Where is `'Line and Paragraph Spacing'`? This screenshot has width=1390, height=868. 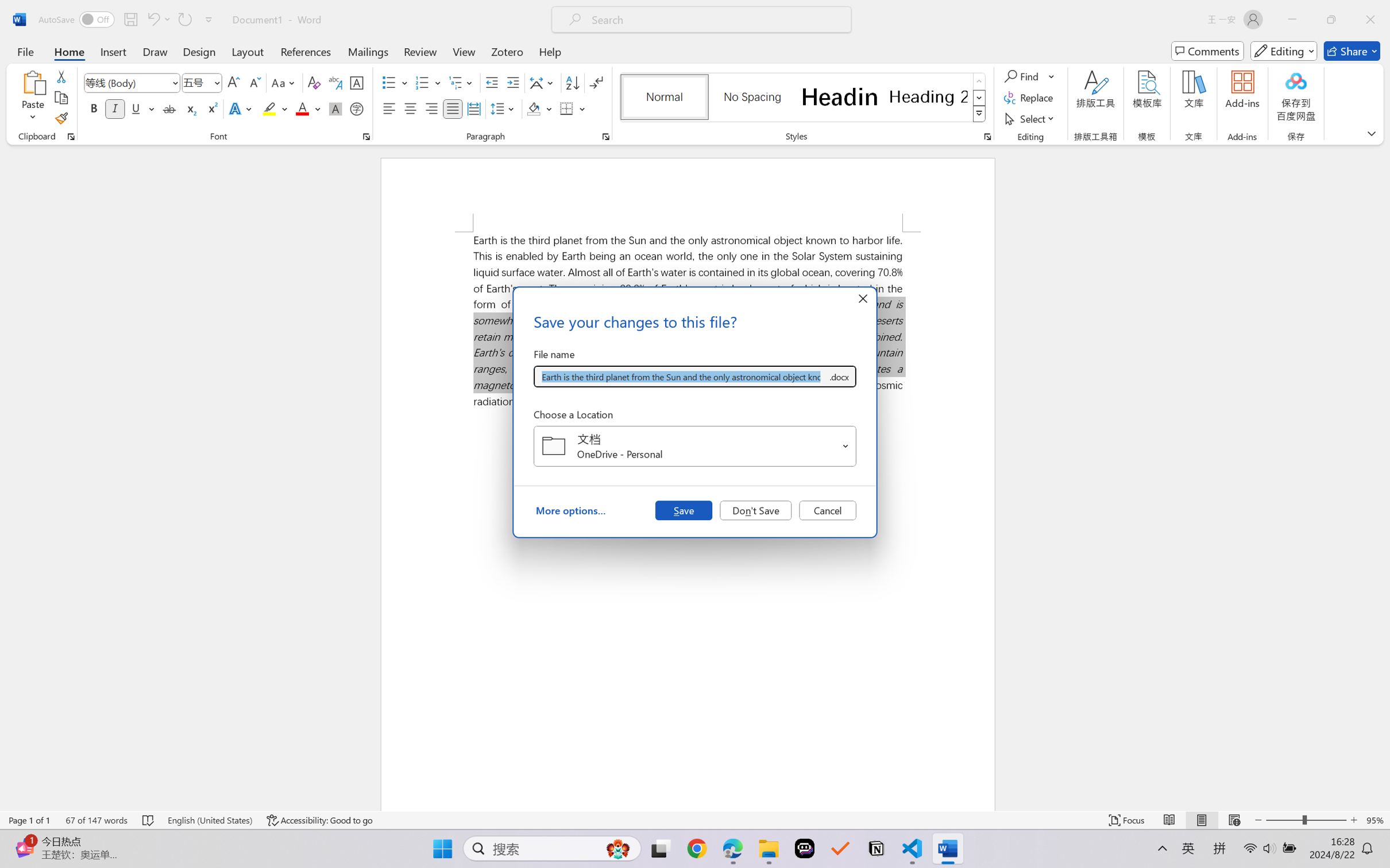 'Line and Paragraph Spacing' is located at coordinates (503, 108).